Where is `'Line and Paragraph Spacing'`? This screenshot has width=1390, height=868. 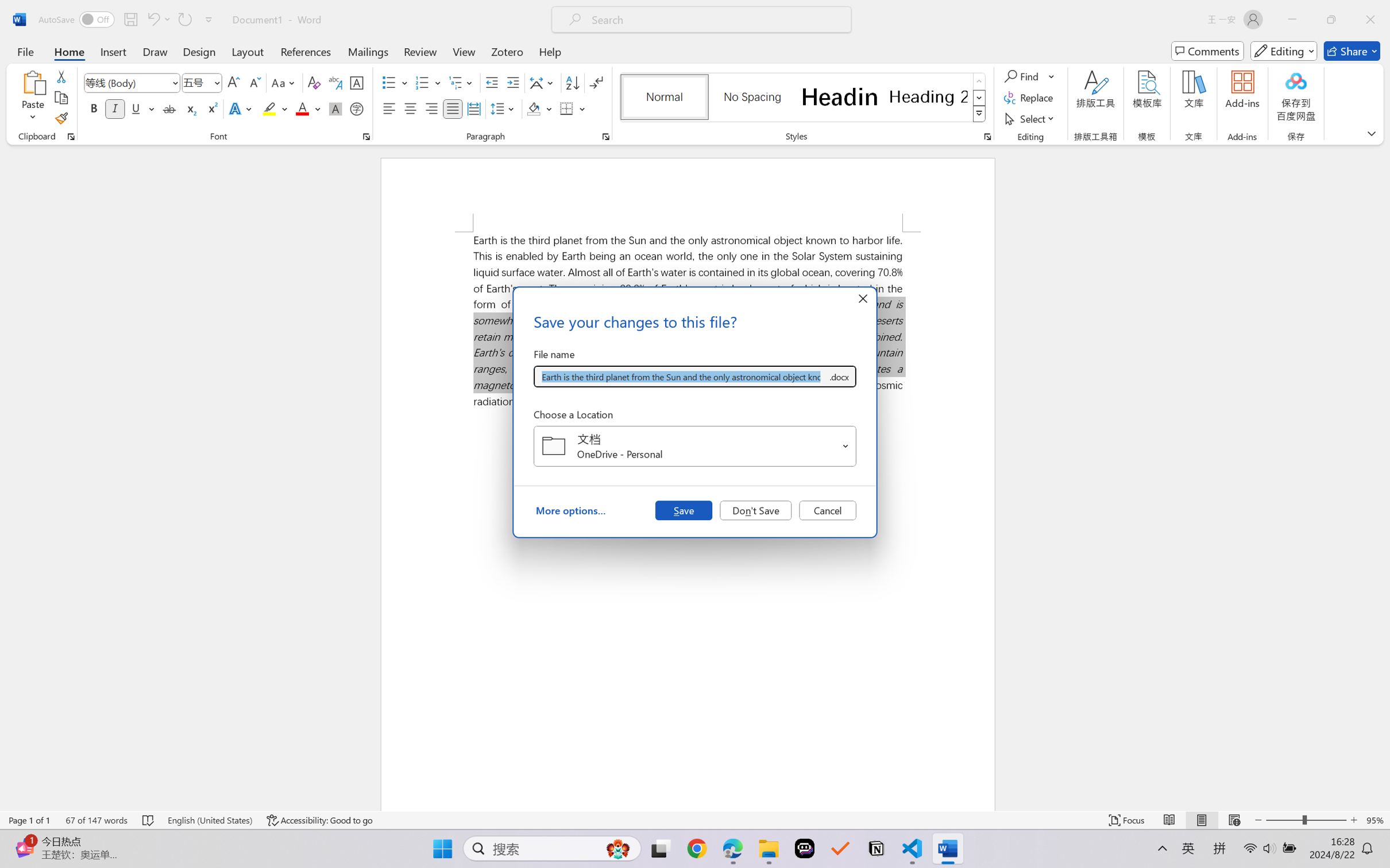 'Line and Paragraph Spacing' is located at coordinates (503, 108).